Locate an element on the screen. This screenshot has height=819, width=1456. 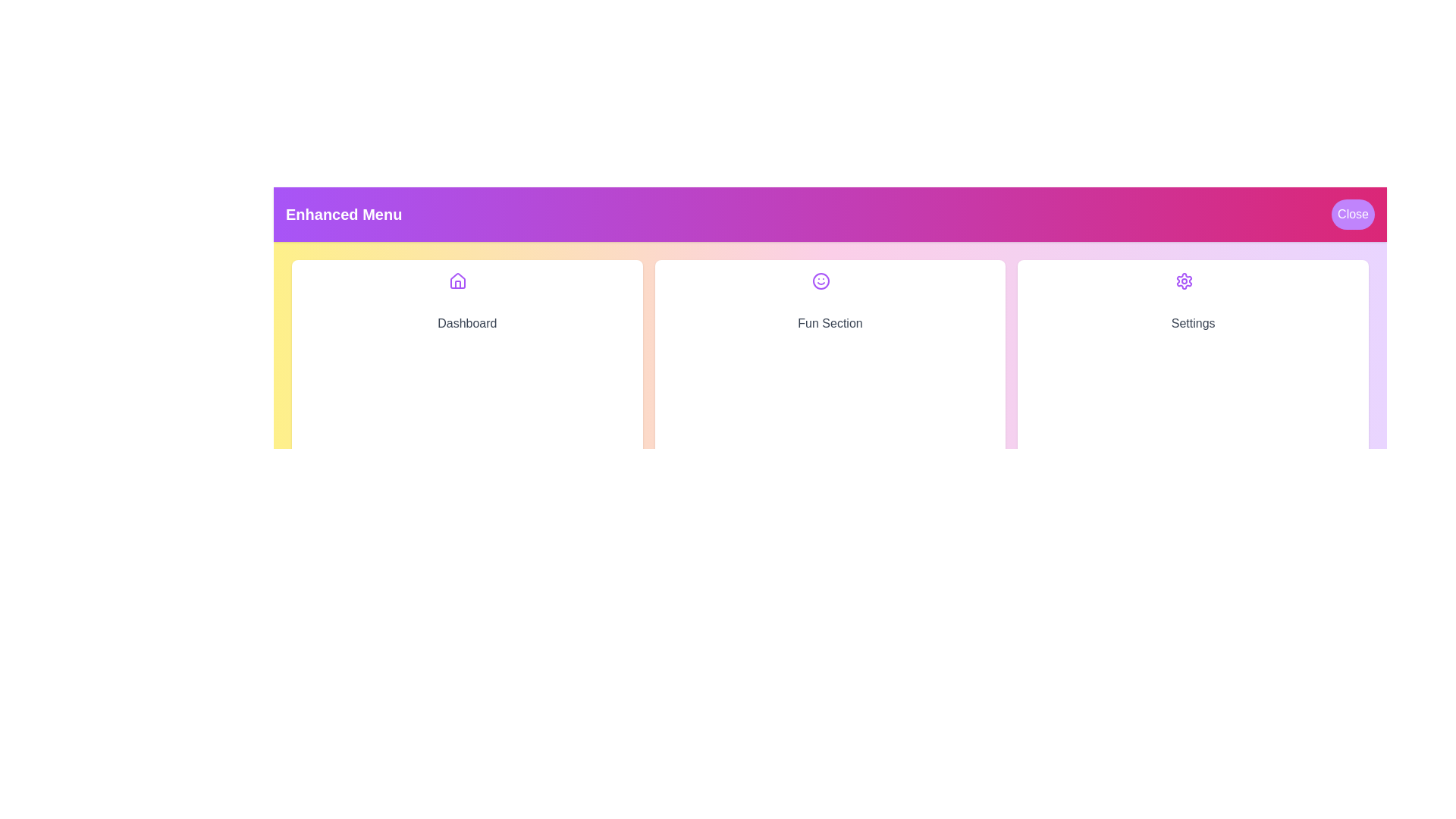
the icon corresponding to Fun Section is located at coordinates (829, 290).